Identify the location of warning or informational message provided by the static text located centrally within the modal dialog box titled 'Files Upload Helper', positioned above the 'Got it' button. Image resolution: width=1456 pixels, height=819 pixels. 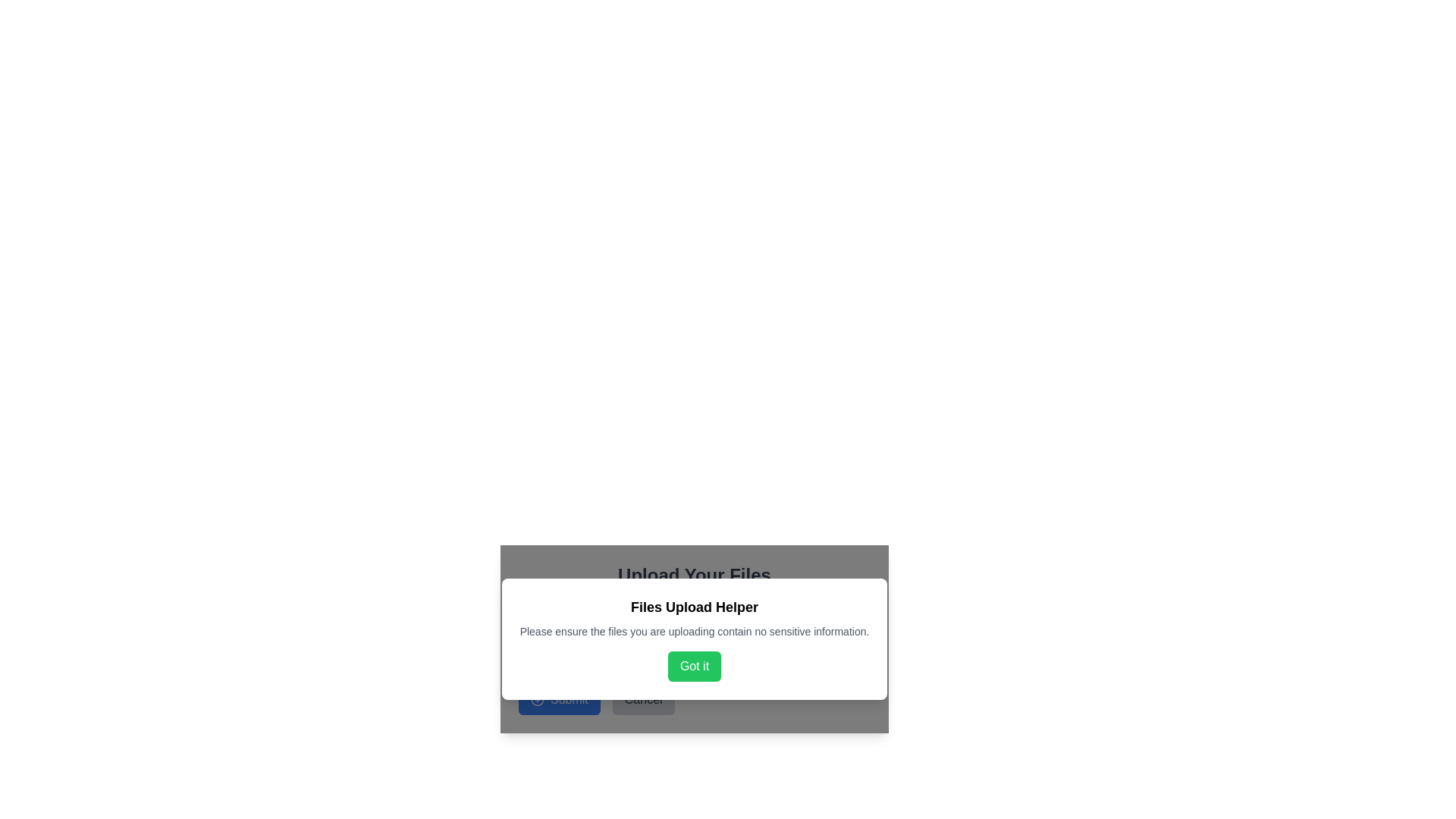
(694, 632).